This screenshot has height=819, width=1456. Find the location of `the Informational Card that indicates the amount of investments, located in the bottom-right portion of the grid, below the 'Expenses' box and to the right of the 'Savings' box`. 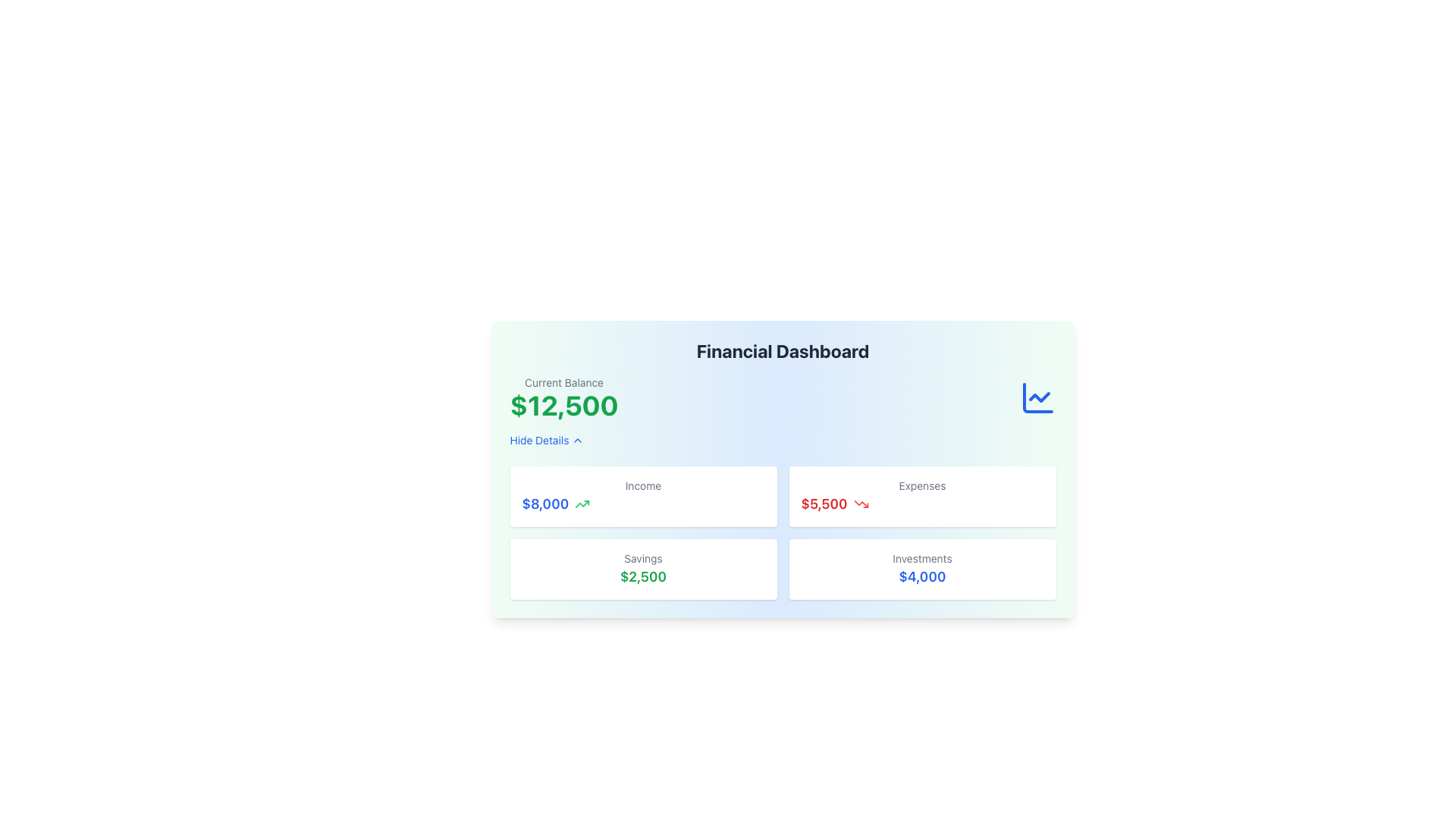

the Informational Card that indicates the amount of investments, located in the bottom-right portion of the grid, below the 'Expenses' box and to the right of the 'Savings' box is located at coordinates (921, 570).